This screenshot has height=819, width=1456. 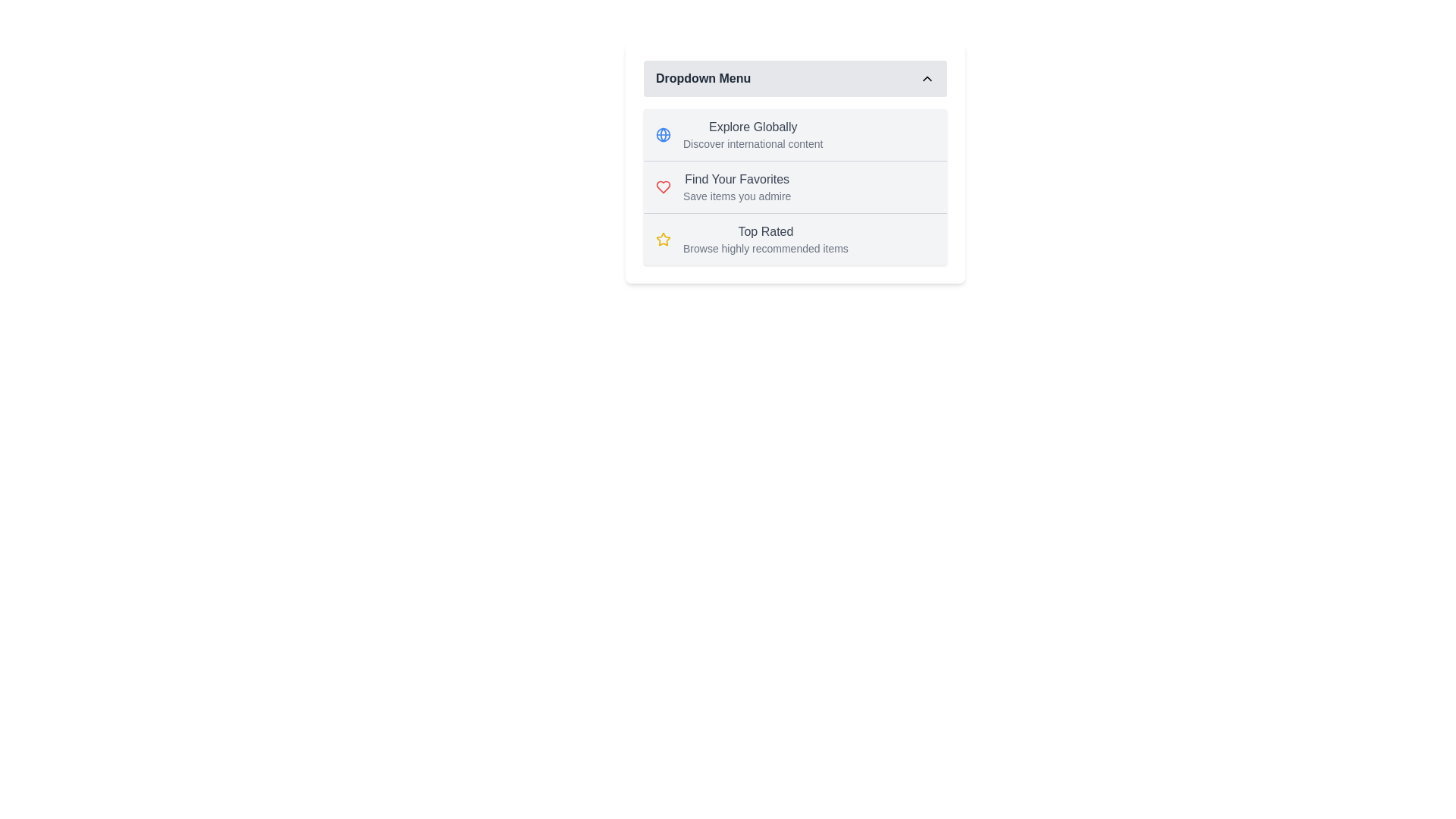 I want to click on the descriptive subtext element located directly below the 'Top Rated' text within the dropdown menu layout, so click(x=765, y=247).